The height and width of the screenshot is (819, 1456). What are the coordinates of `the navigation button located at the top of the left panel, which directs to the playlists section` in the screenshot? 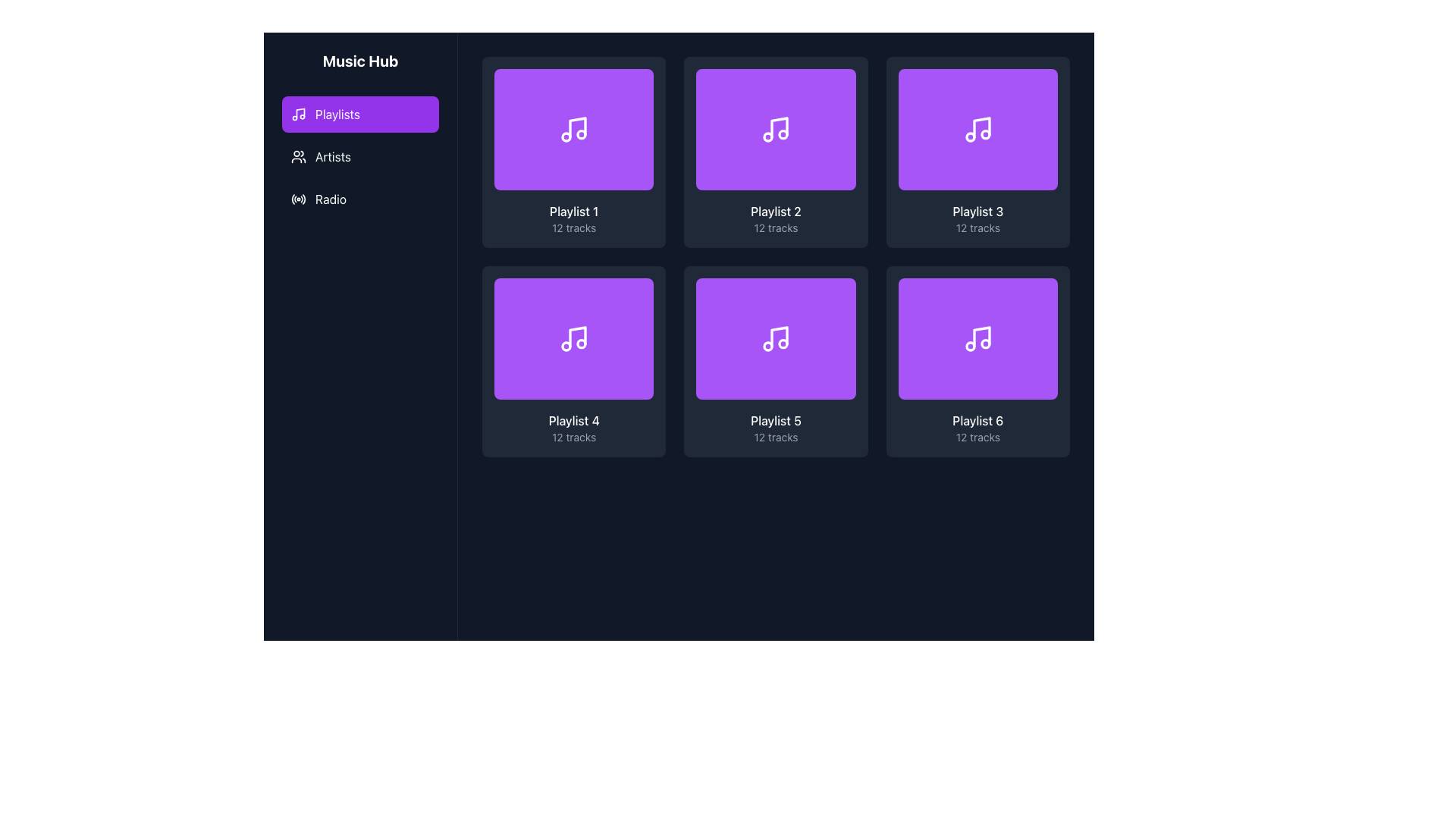 It's located at (359, 113).